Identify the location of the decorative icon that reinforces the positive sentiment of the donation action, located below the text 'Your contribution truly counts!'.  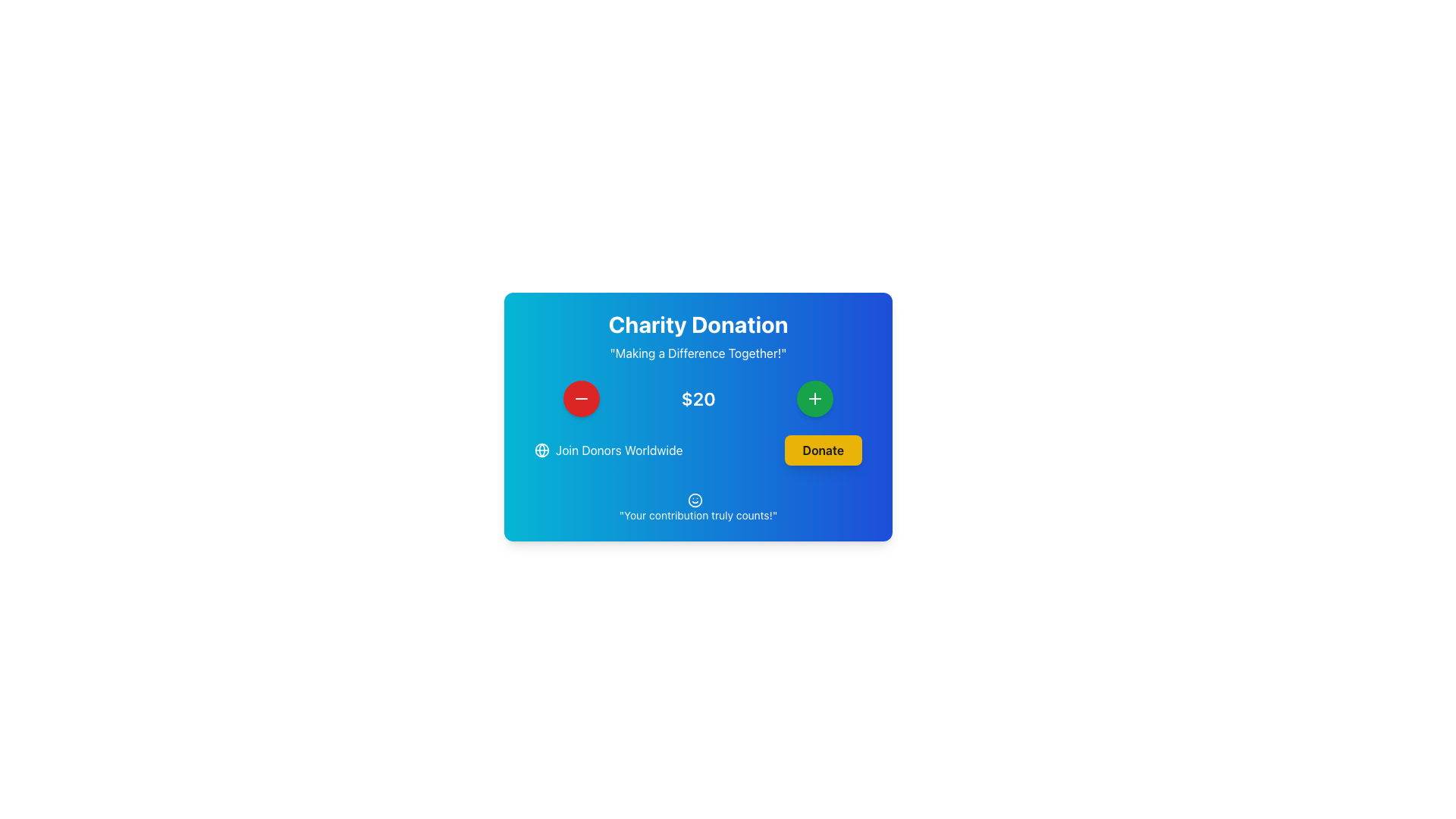
(694, 500).